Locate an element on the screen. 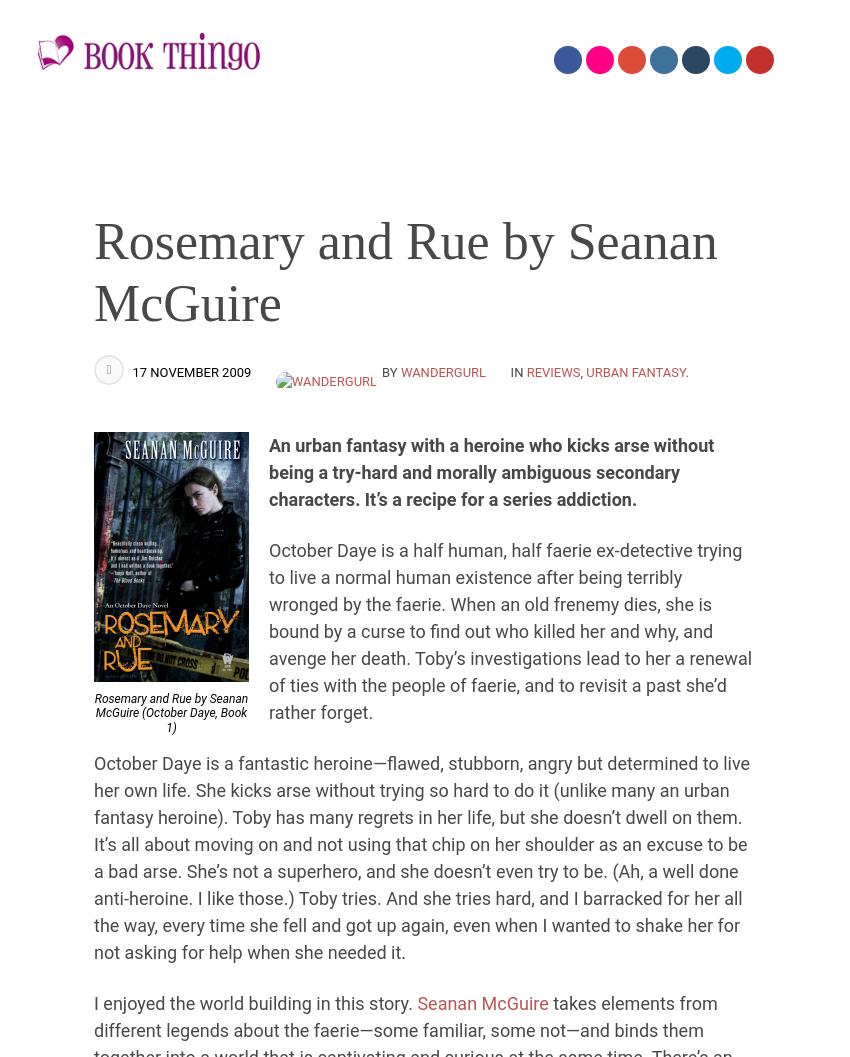  'I enjoyed the world building in this story.' is located at coordinates (255, 1001).